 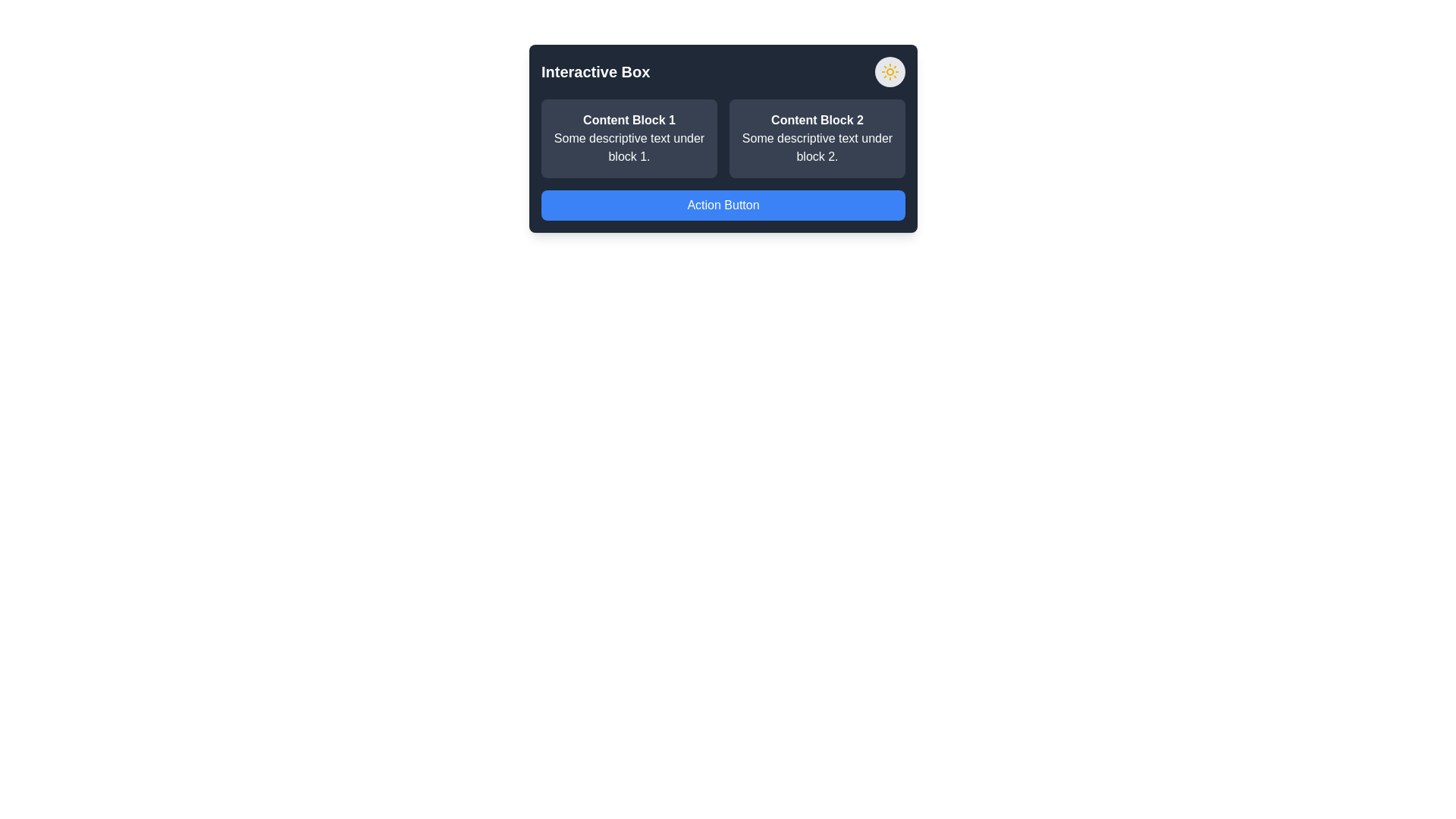 What do you see at coordinates (817, 148) in the screenshot?
I see `the descriptive text label for 'Content Block 2' to trigger potential tooltips or highlights` at bounding box center [817, 148].